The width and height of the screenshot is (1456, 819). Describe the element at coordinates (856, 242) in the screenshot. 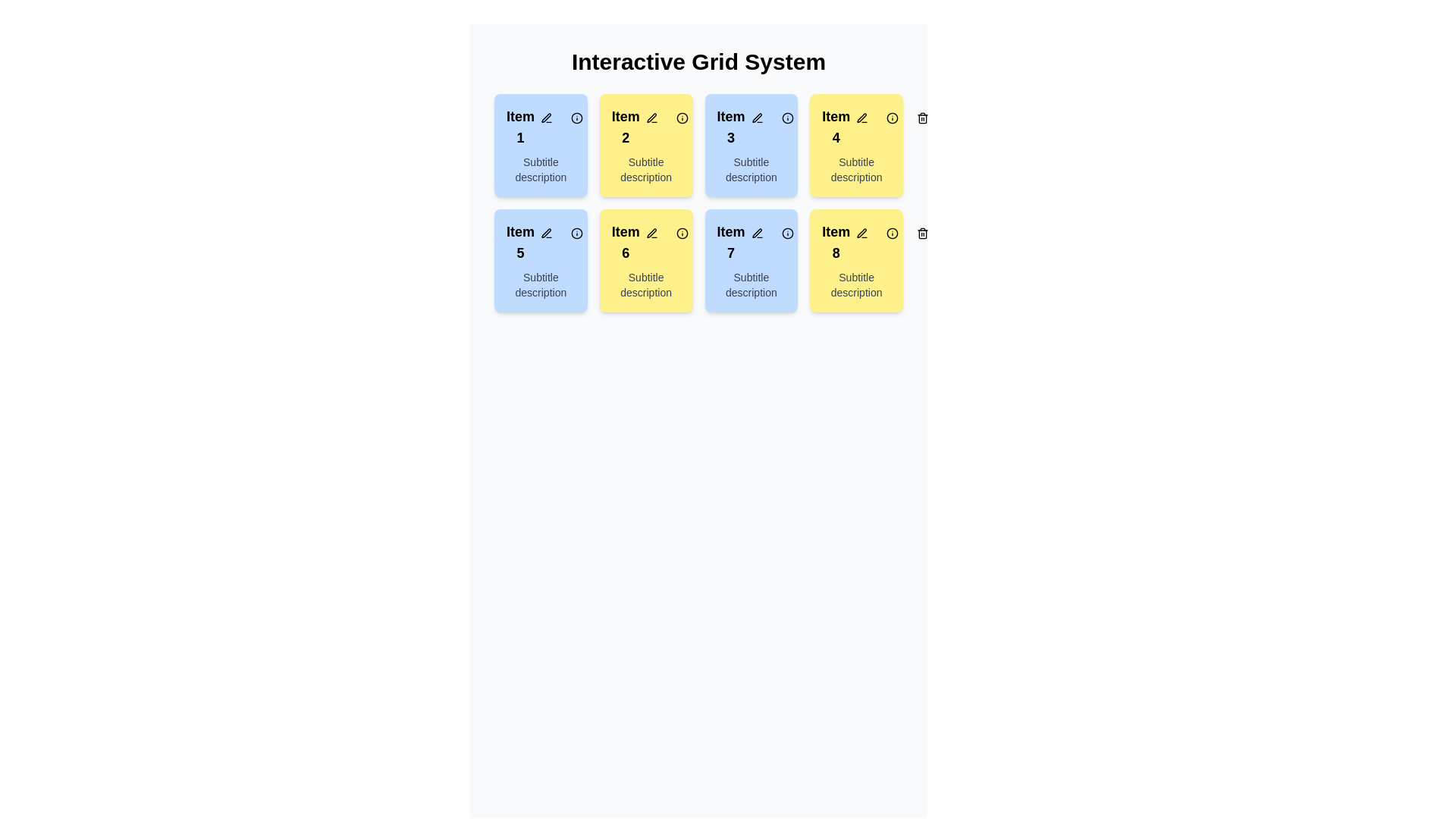

I see `the icons adjacent to the 'Item 8' text label for editing functions` at that location.